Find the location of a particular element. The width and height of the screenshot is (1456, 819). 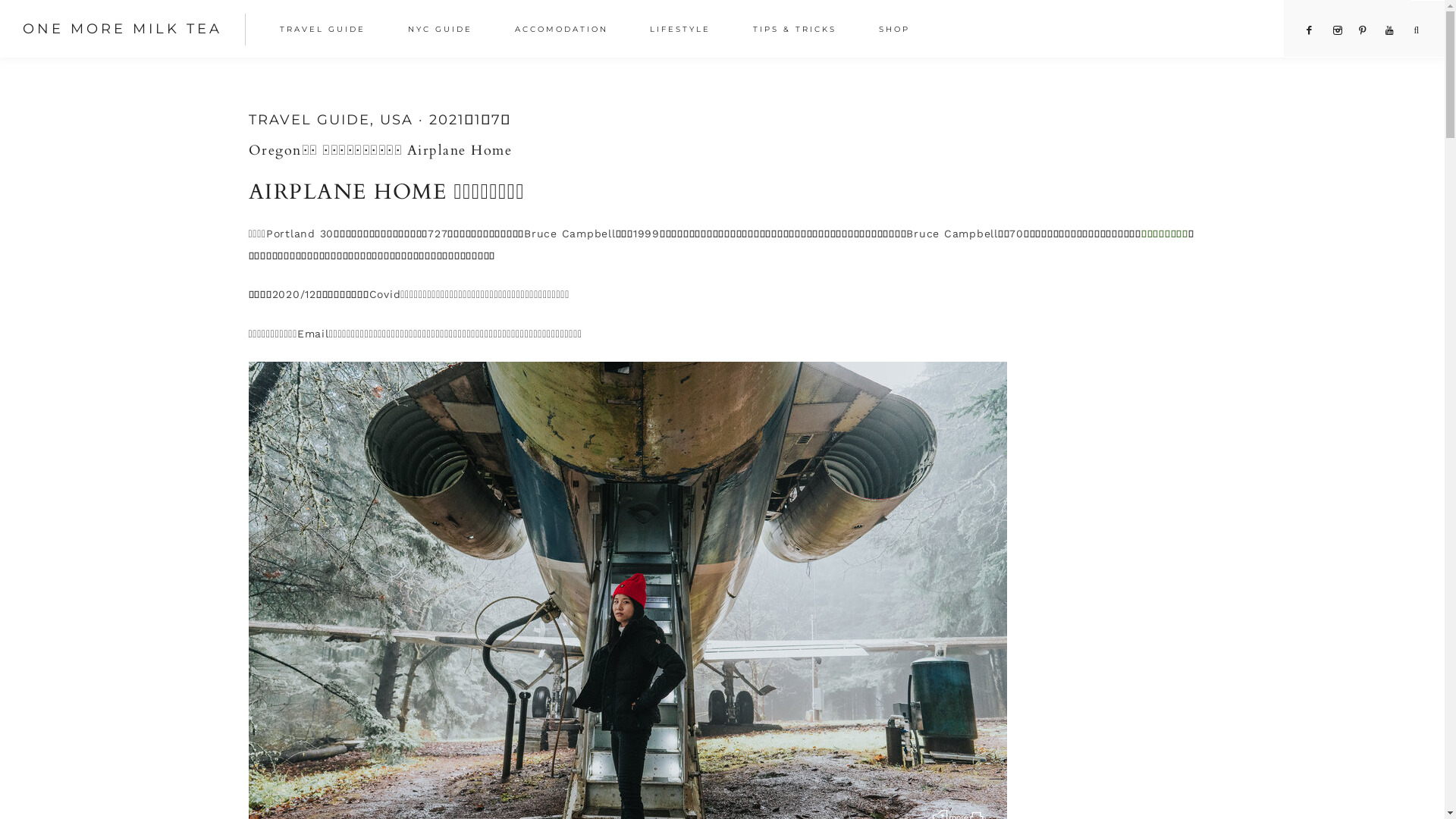

'Pinterest' is located at coordinates (1363, 30).